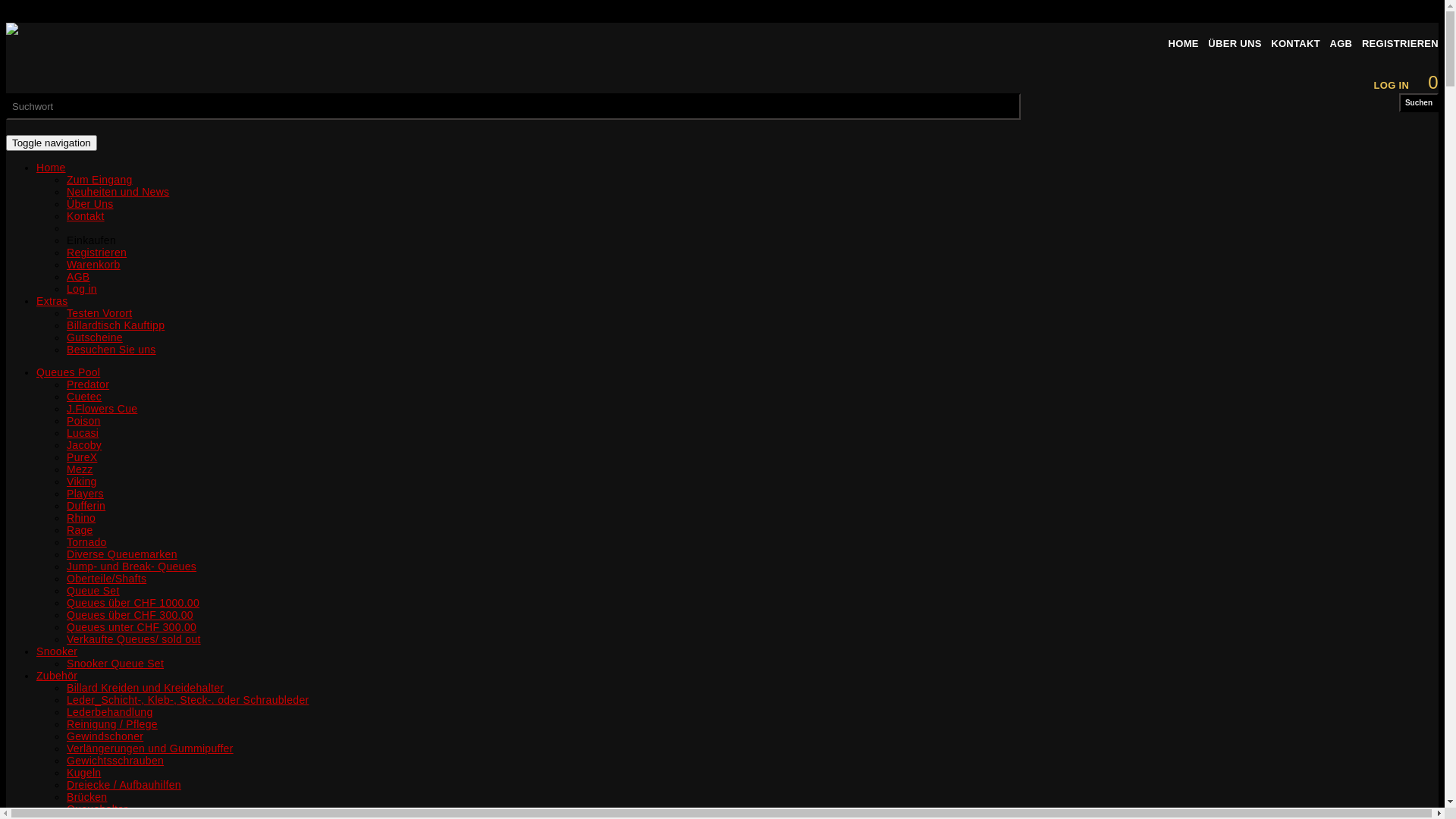 The width and height of the screenshot is (1456, 819). I want to click on 'Rhino', so click(80, 516).